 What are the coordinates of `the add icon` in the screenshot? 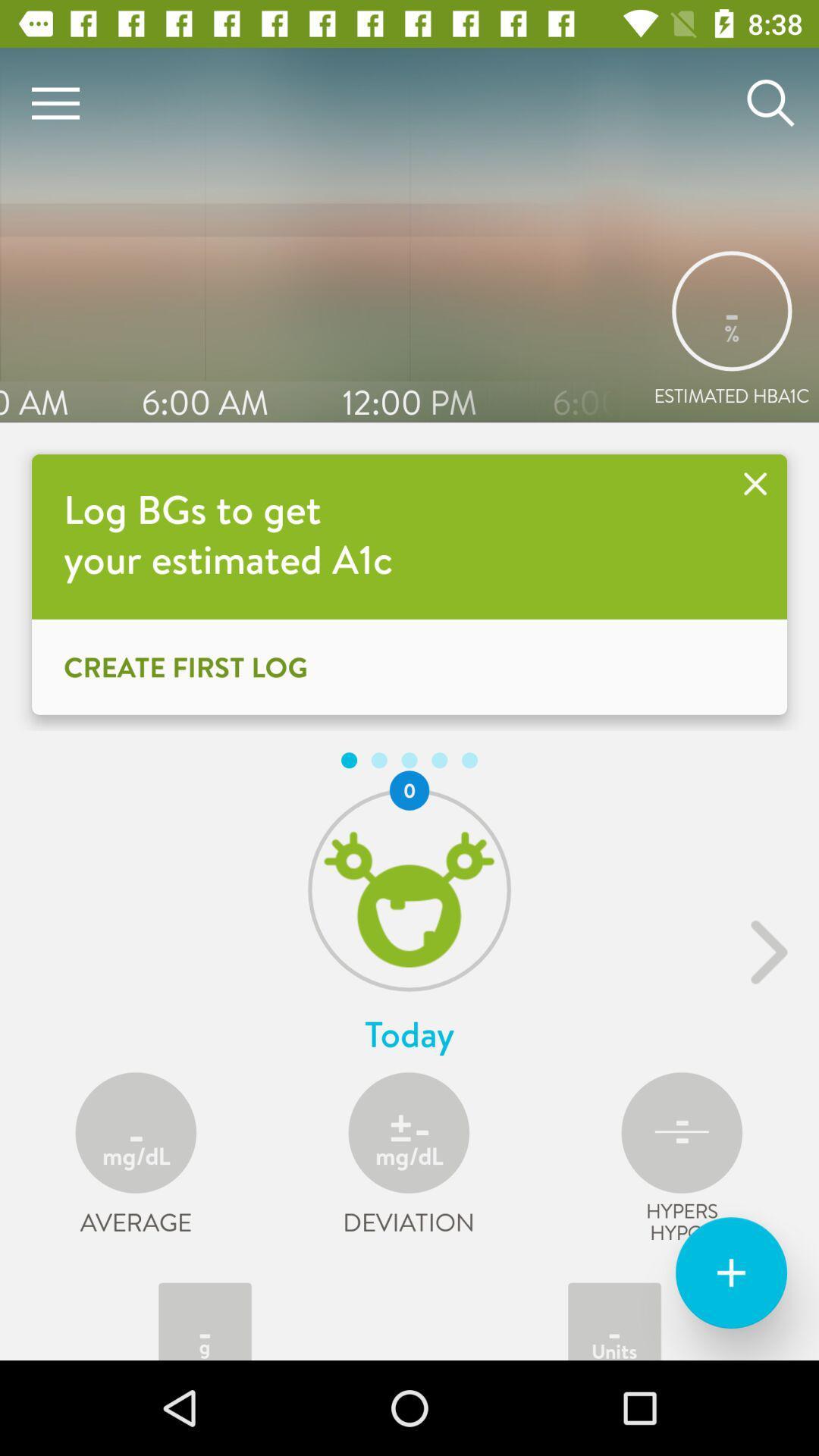 It's located at (730, 1272).